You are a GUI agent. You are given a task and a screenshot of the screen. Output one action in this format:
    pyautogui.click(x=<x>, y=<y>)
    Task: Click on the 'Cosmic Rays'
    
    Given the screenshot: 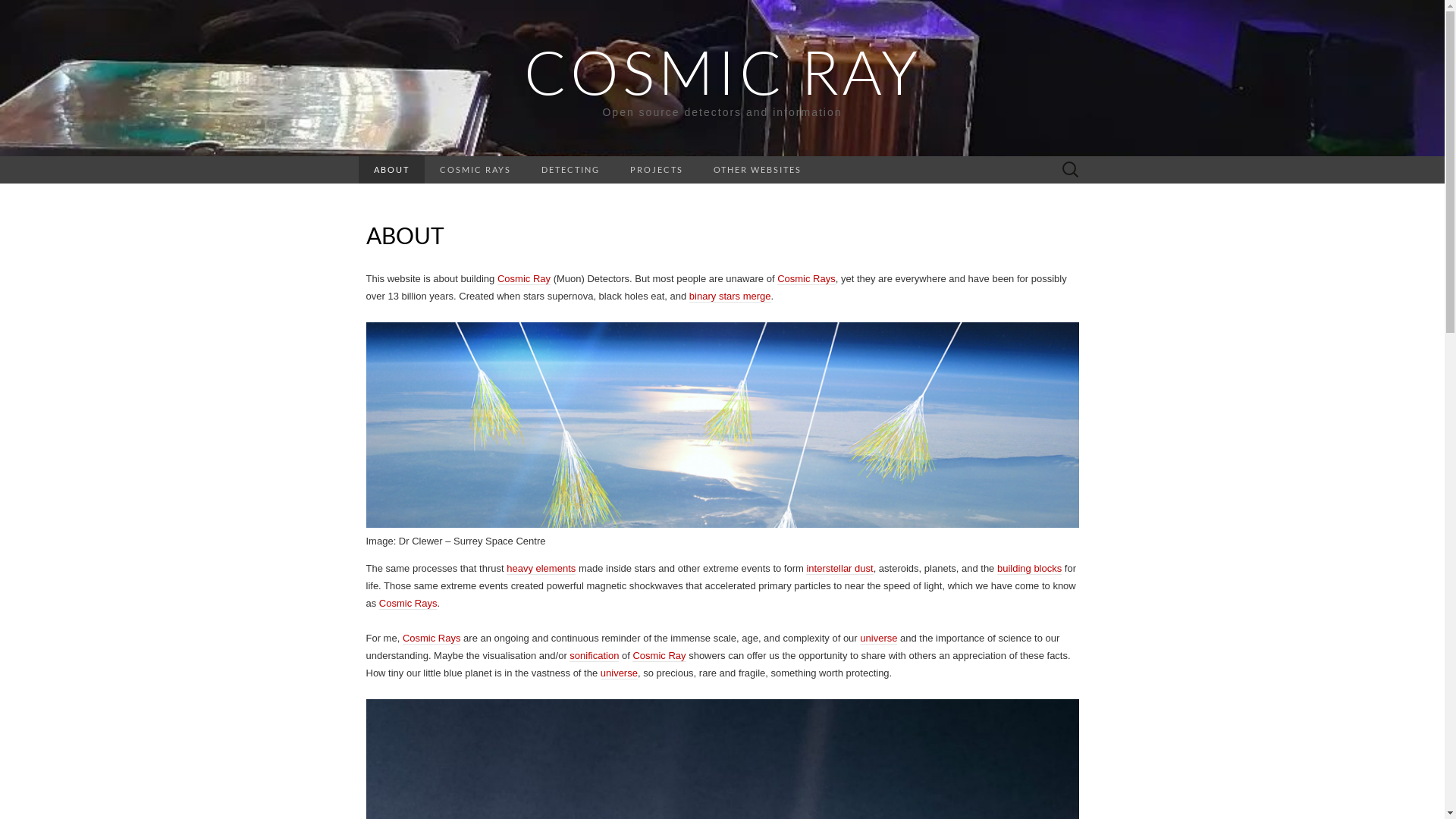 What is the action you would take?
    pyautogui.click(x=805, y=278)
    